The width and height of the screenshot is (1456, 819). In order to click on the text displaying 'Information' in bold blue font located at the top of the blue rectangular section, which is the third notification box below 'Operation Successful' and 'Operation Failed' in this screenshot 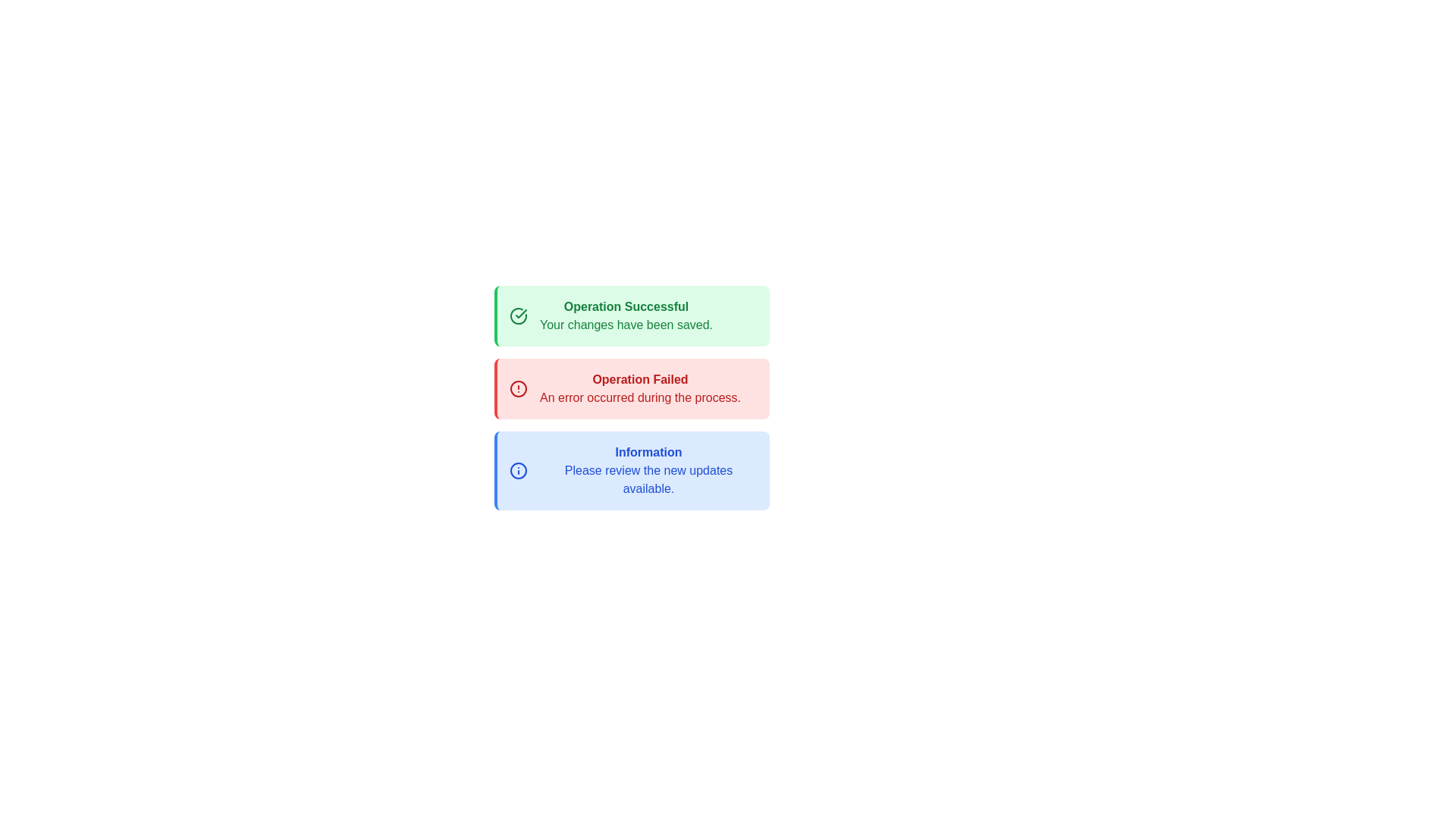, I will do `click(648, 452)`.